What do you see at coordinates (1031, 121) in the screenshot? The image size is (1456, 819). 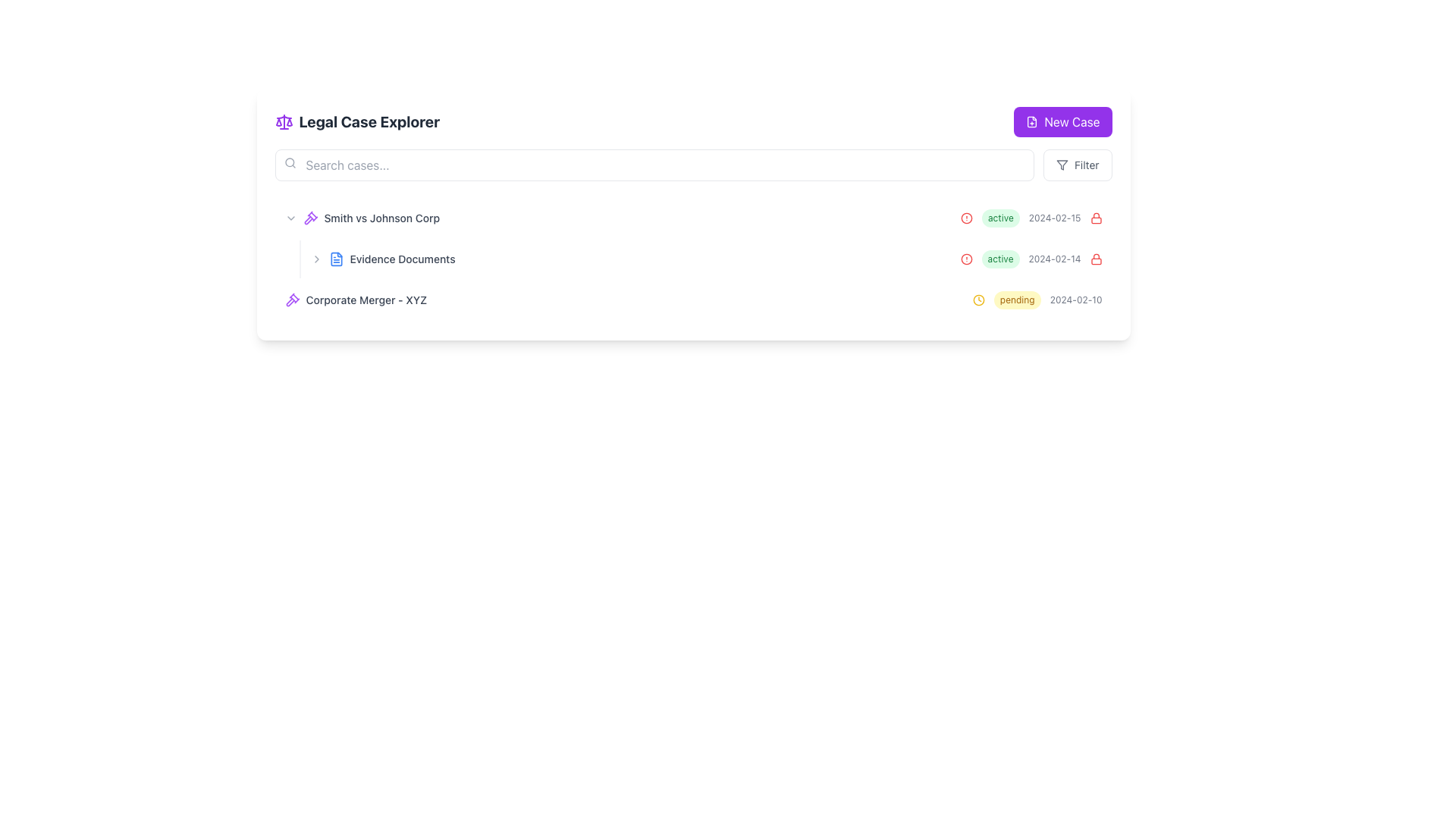 I see `the 'New Case' button that contains the document icon in the top-right corner of the interface` at bounding box center [1031, 121].